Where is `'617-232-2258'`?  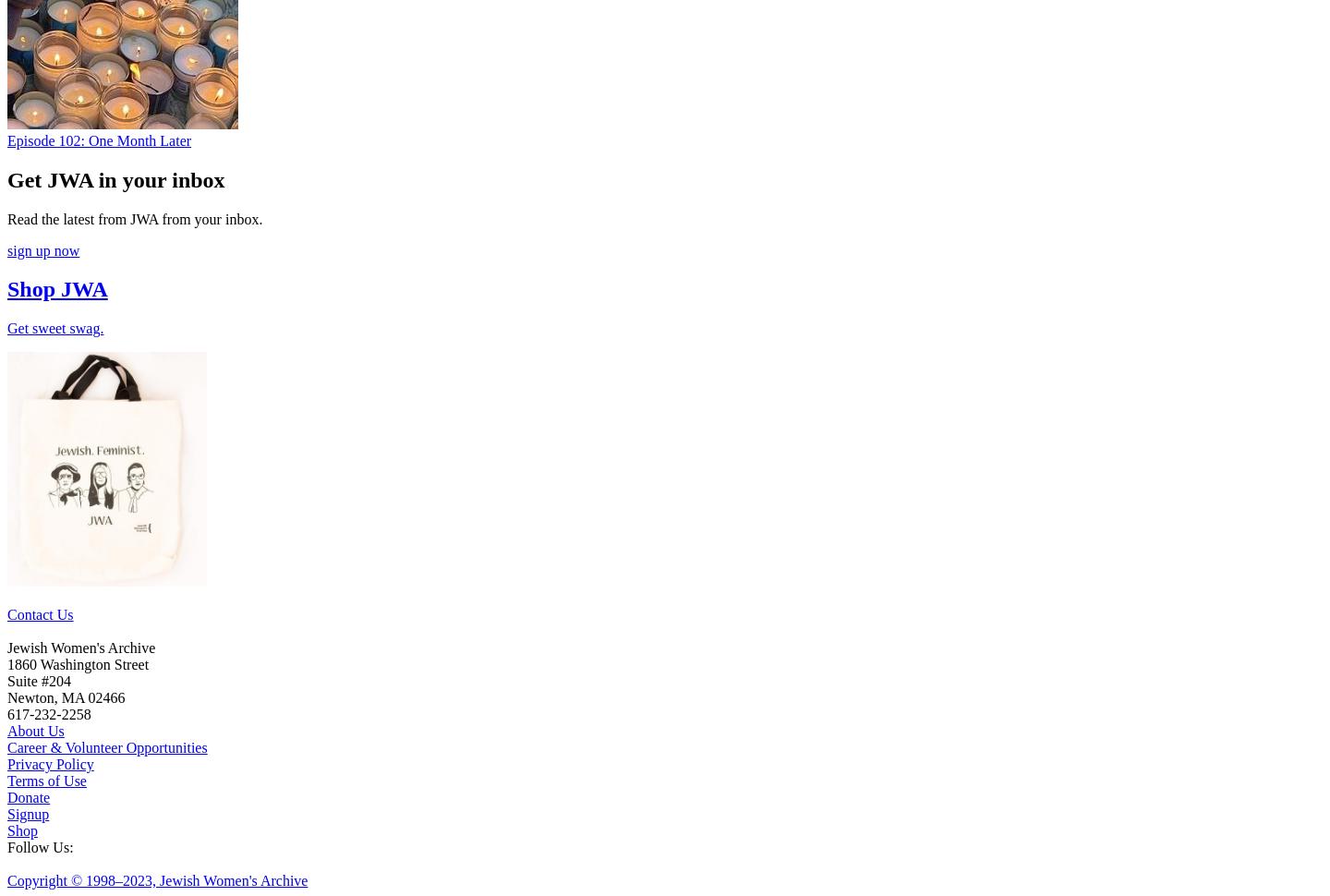 '617-232-2258' is located at coordinates (47, 713).